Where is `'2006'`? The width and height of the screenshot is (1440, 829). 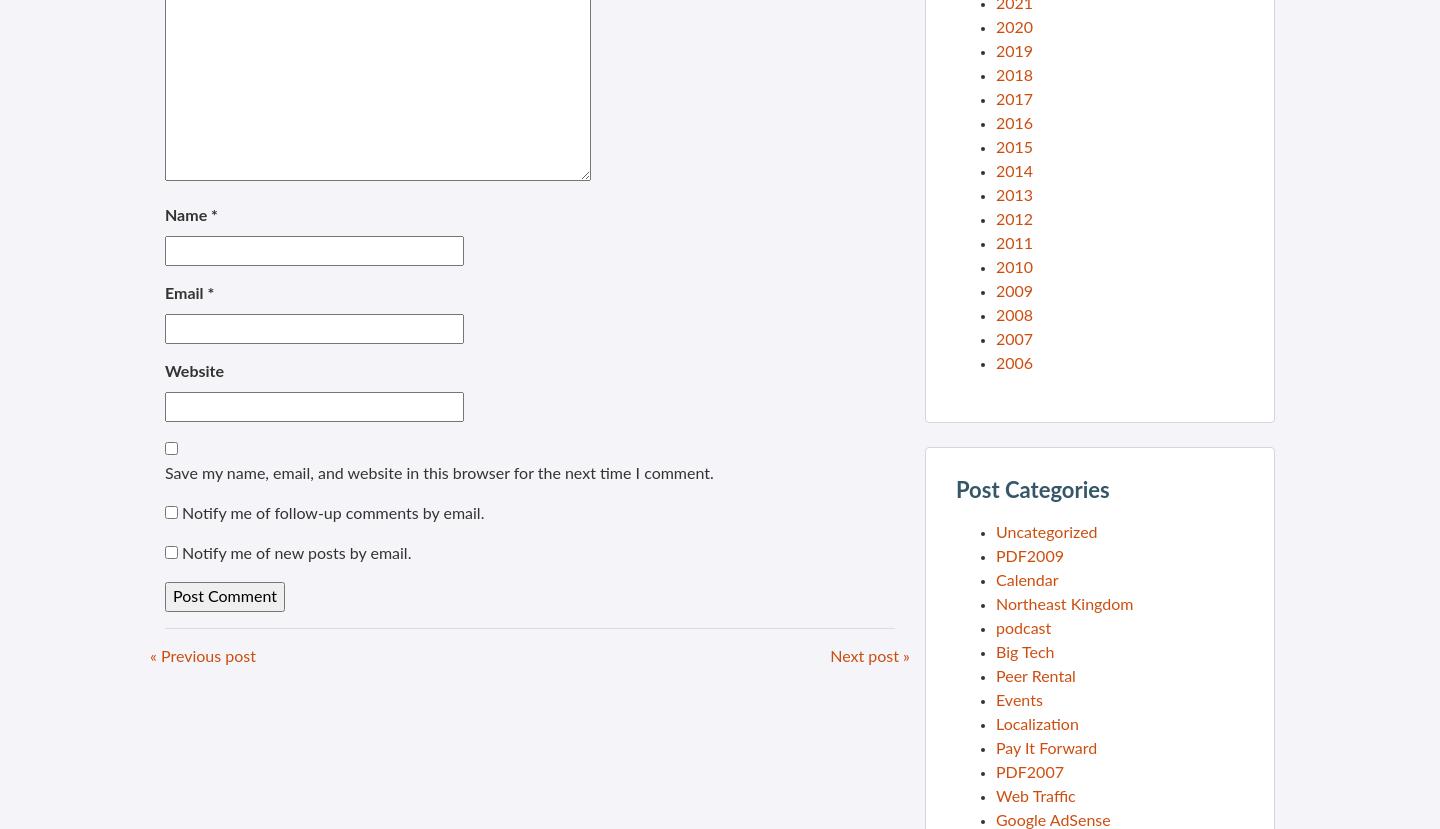 '2006' is located at coordinates (1013, 363).